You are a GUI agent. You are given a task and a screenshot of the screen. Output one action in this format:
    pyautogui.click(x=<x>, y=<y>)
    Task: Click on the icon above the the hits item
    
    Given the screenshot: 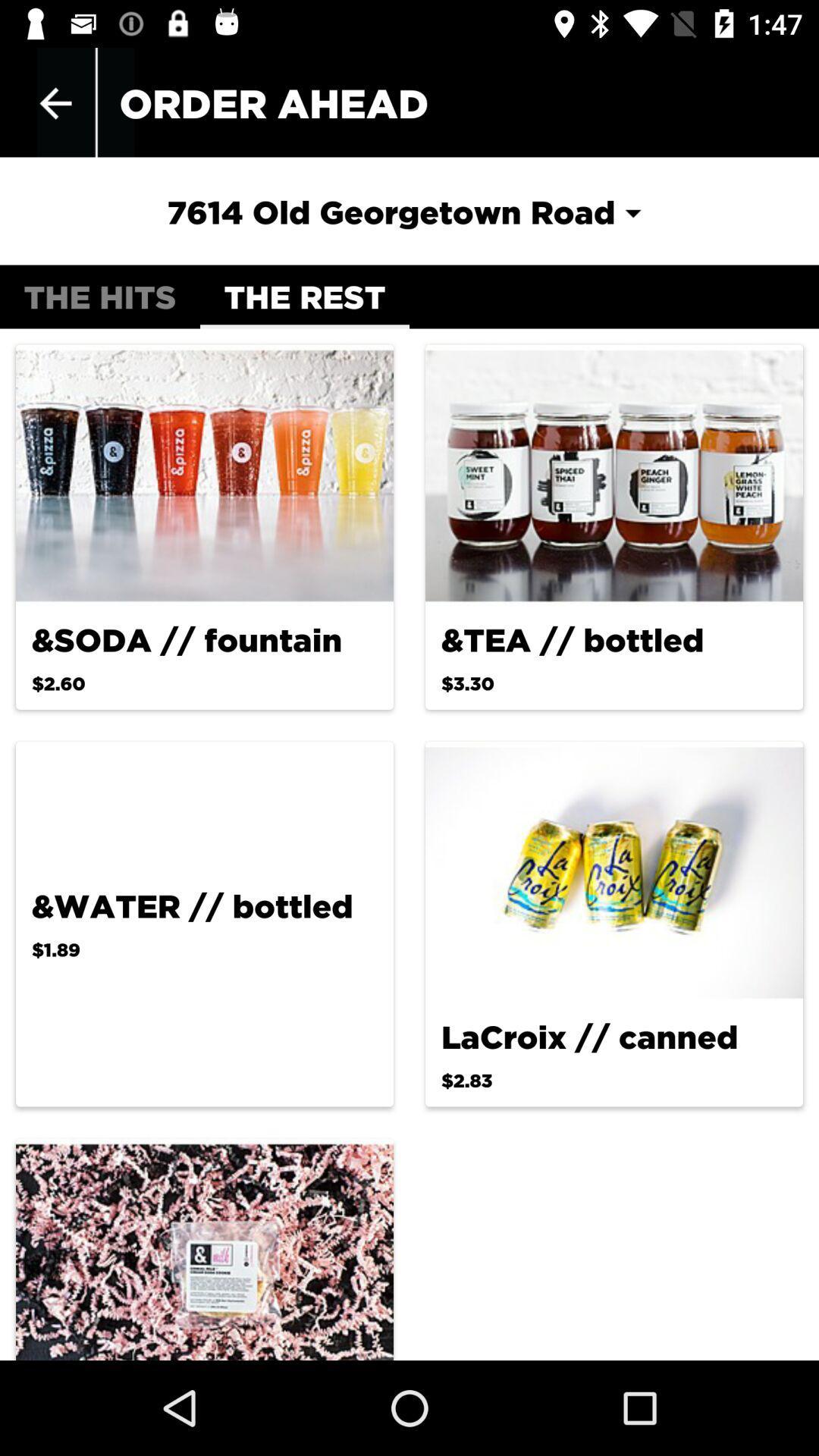 What is the action you would take?
    pyautogui.click(x=408, y=211)
    